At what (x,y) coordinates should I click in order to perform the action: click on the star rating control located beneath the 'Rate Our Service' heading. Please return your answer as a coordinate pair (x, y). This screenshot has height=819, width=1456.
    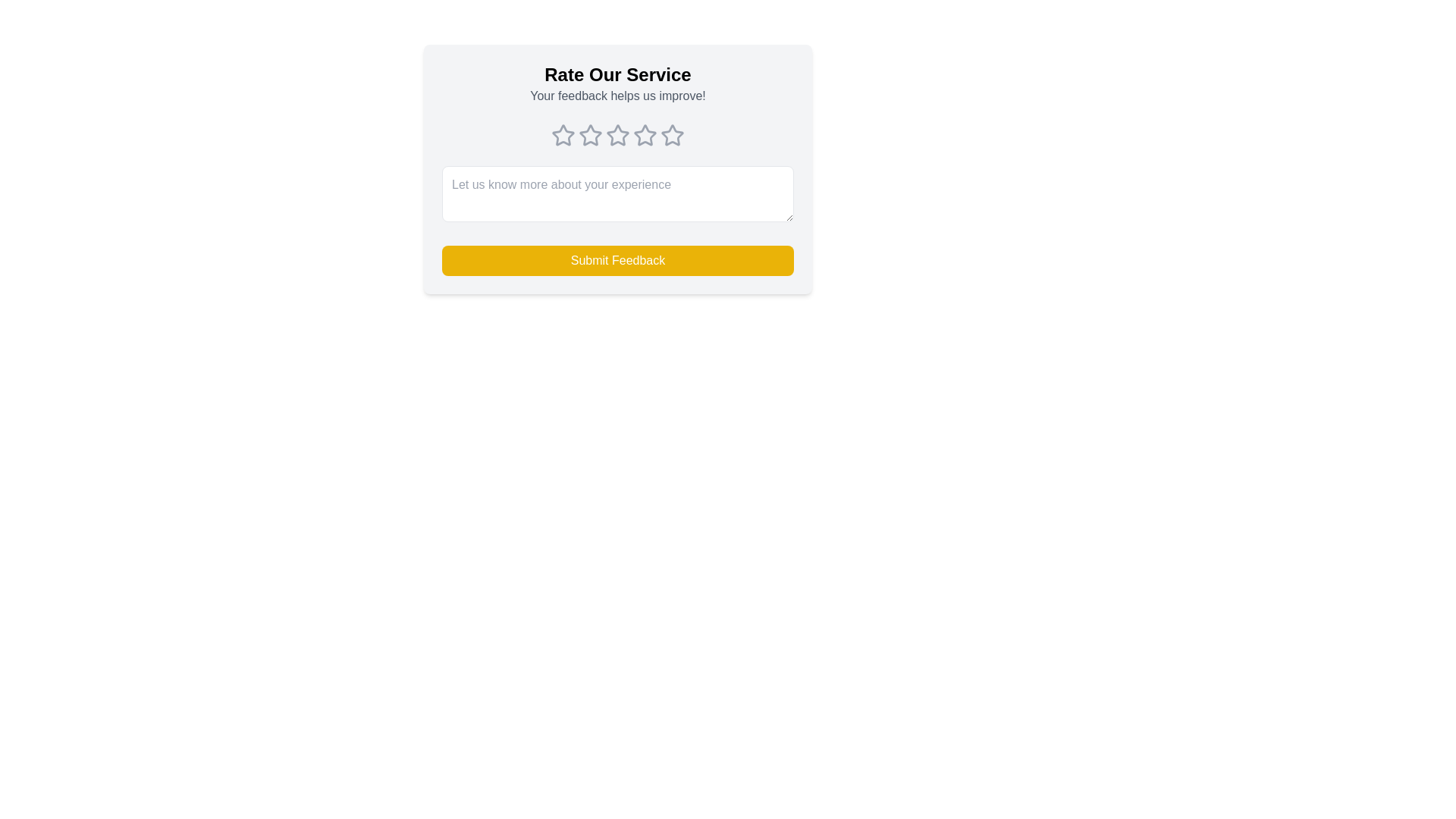
    Looking at the image, I should click on (618, 134).